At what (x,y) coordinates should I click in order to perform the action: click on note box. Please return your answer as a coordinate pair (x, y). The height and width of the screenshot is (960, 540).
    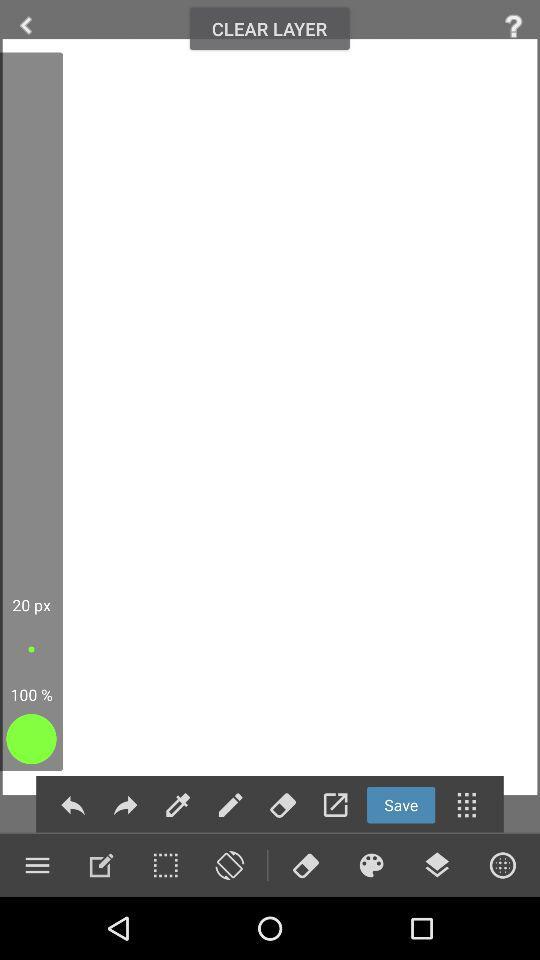
    Looking at the image, I should click on (100, 864).